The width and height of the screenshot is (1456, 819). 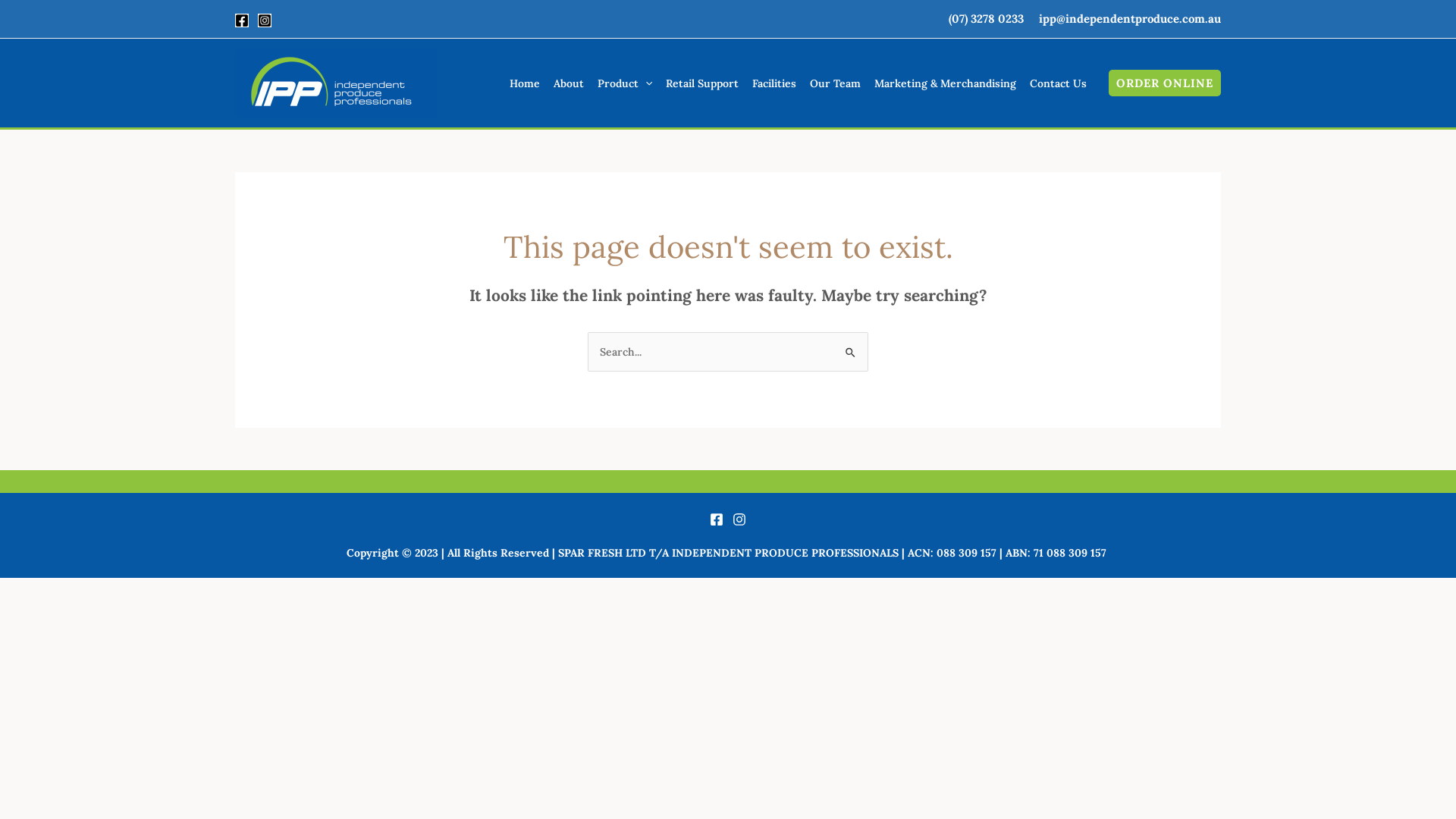 I want to click on 'Product', so click(x=625, y=83).